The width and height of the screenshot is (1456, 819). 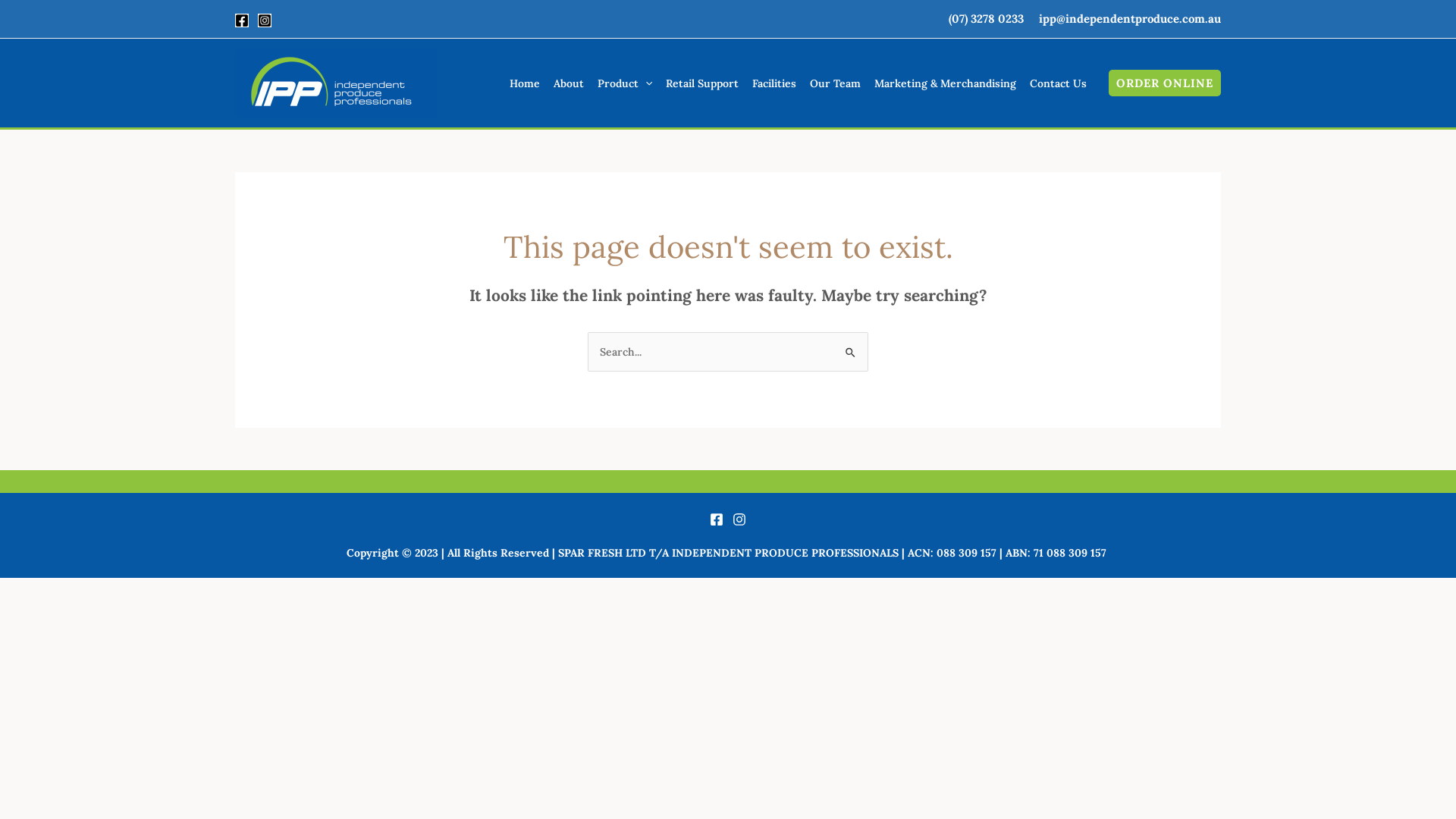 I want to click on 'Product', so click(x=625, y=83).